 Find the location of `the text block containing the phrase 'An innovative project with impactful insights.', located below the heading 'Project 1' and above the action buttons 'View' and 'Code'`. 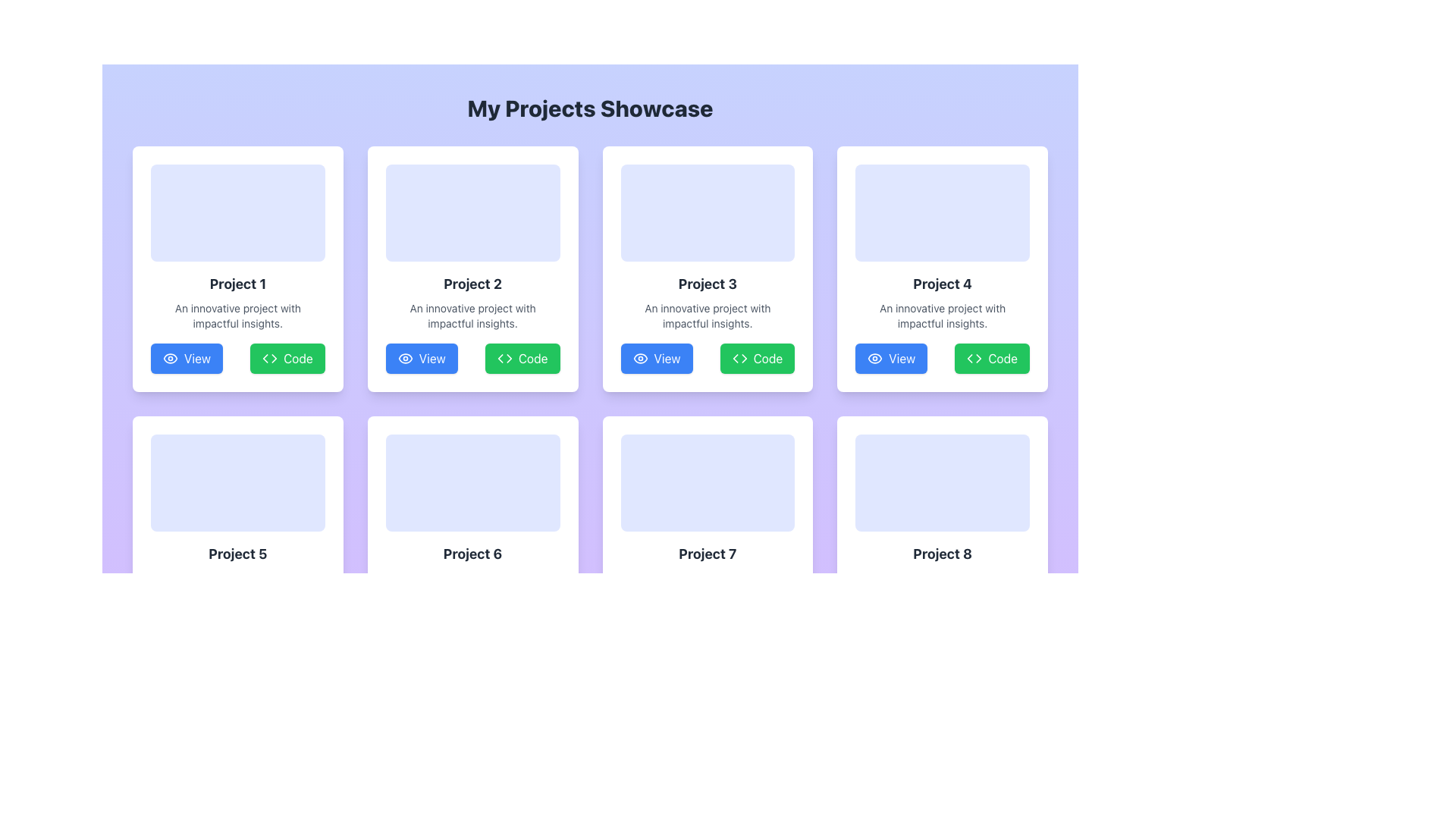

the text block containing the phrase 'An innovative project with impactful insights.', located below the heading 'Project 1' and above the action buttons 'View' and 'Code' is located at coordinates (237, 315).